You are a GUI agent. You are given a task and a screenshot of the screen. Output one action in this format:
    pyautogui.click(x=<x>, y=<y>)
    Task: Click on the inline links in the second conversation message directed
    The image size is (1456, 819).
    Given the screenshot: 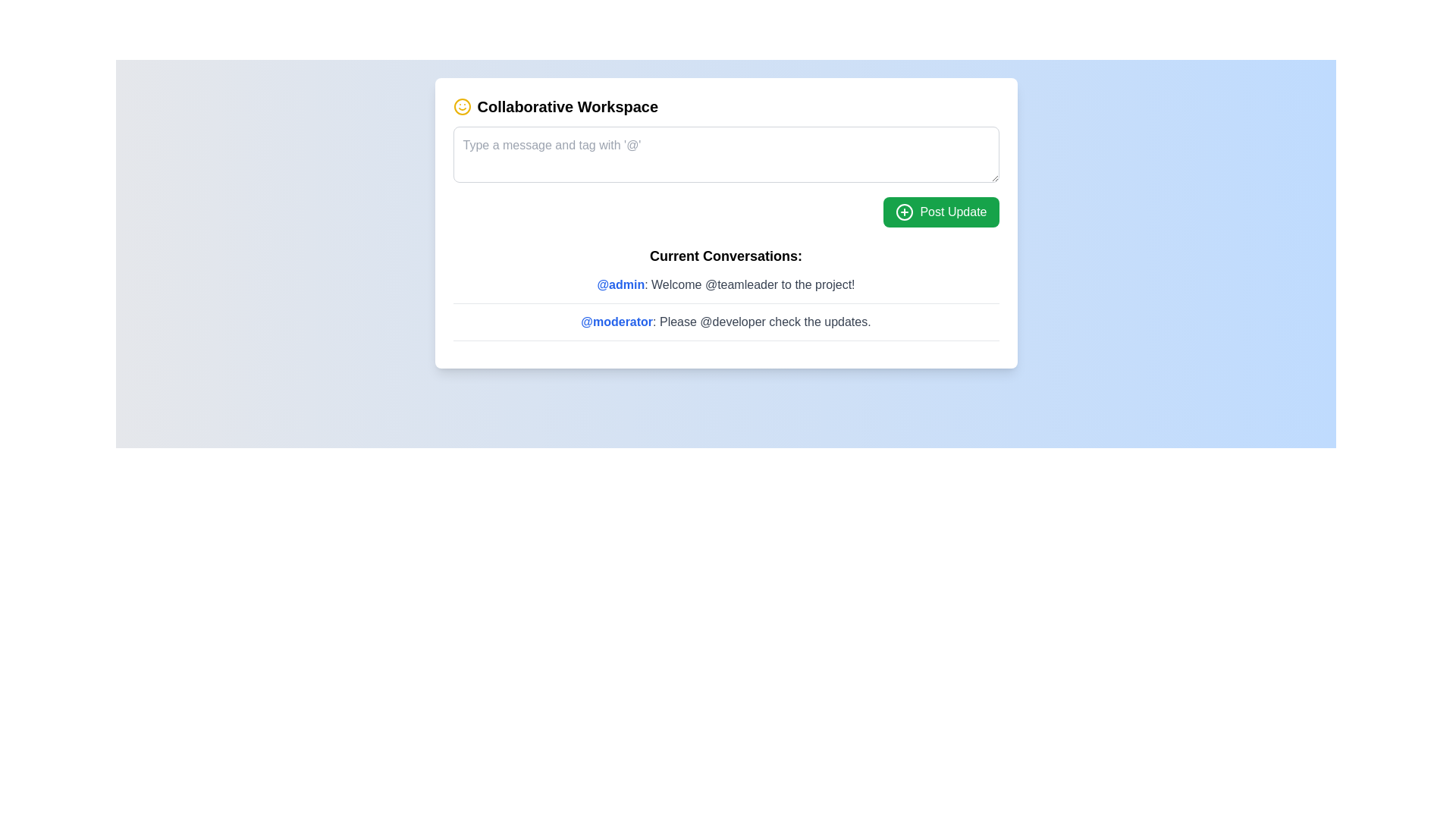 What is the action you would take?
    pyautogui.click(x=725, y=326)
    